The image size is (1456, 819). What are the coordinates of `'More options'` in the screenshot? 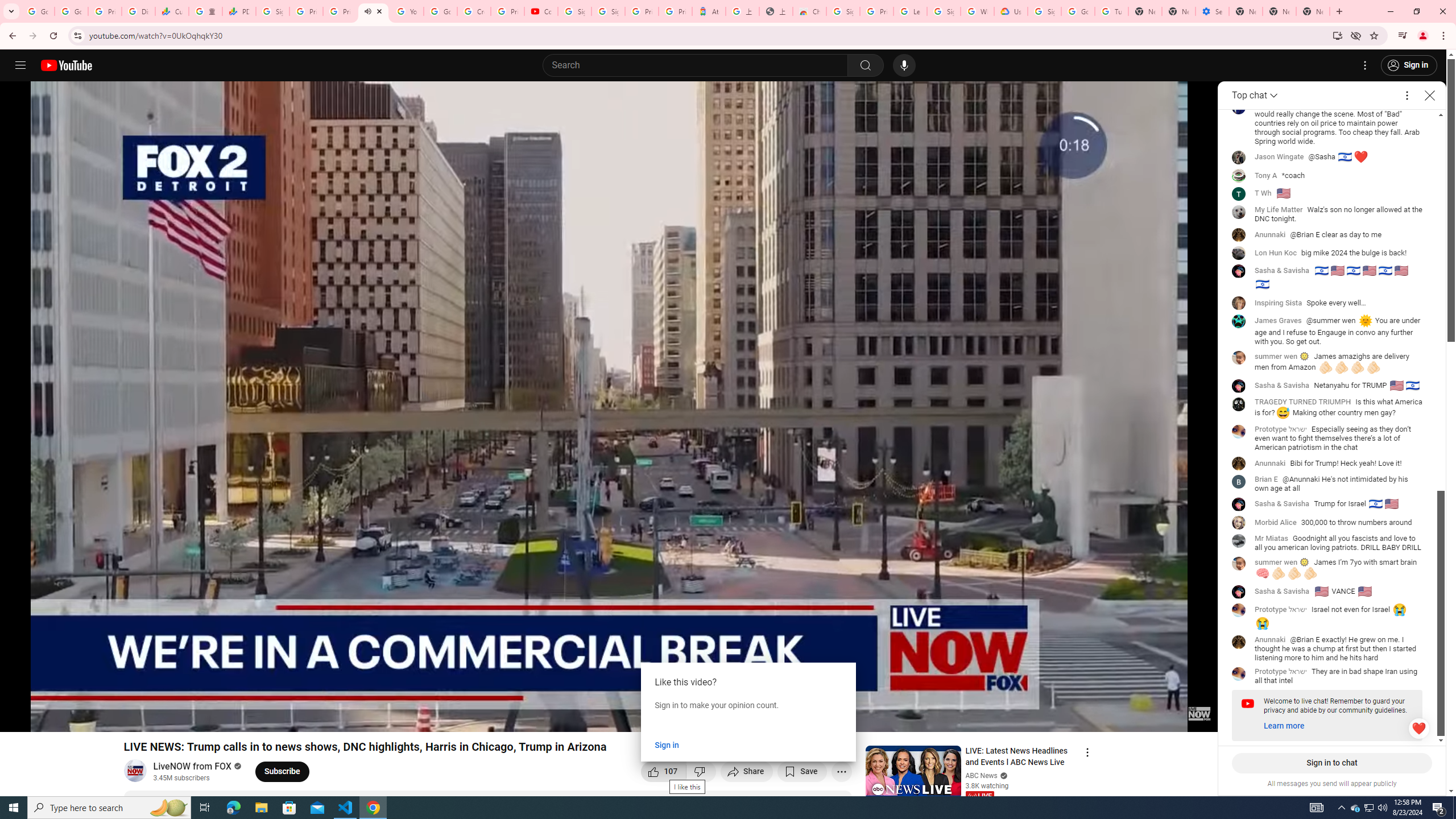 It's located at (1407, 96).